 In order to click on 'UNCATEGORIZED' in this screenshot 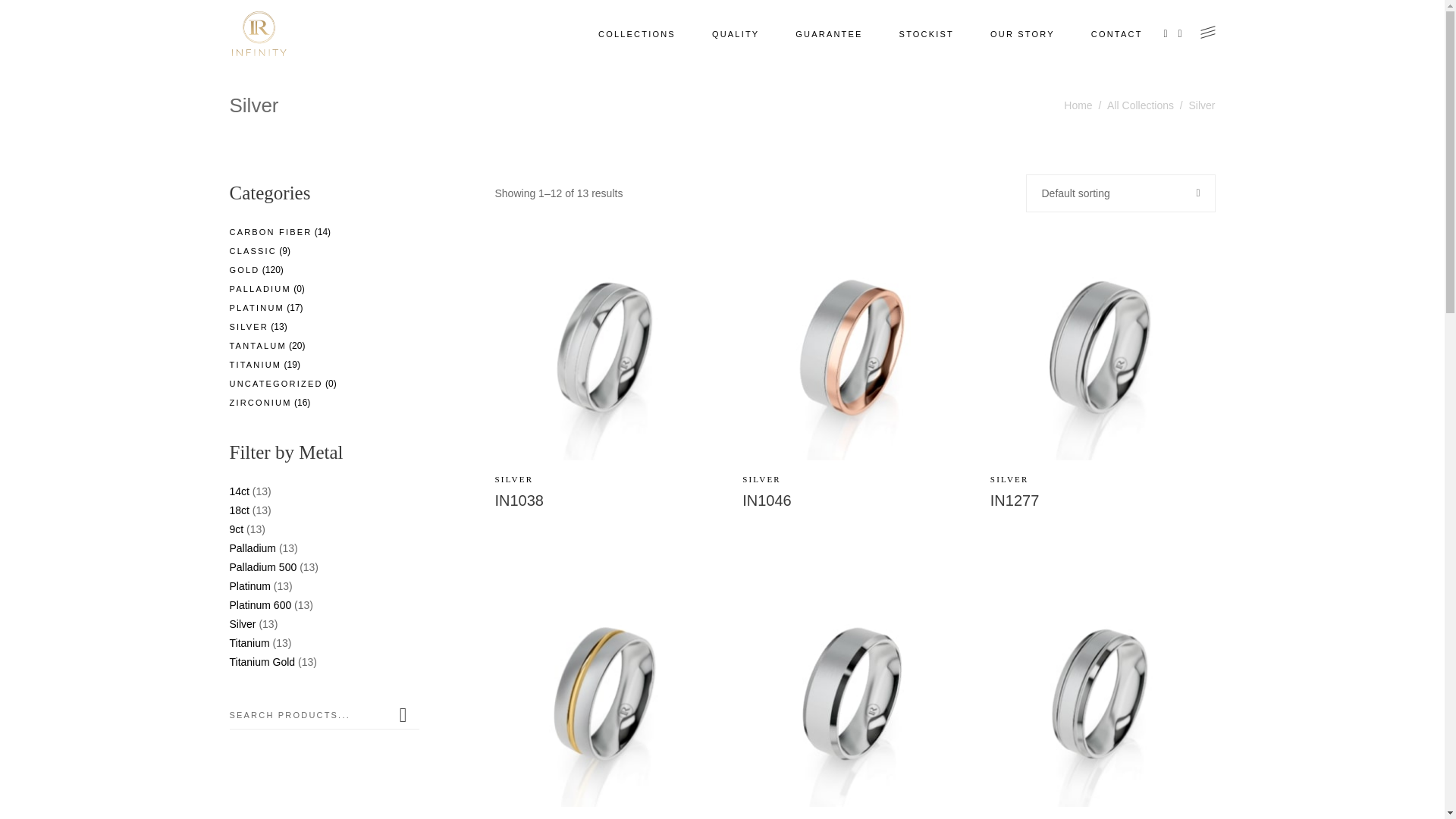, I will do `click(275, 382)`.